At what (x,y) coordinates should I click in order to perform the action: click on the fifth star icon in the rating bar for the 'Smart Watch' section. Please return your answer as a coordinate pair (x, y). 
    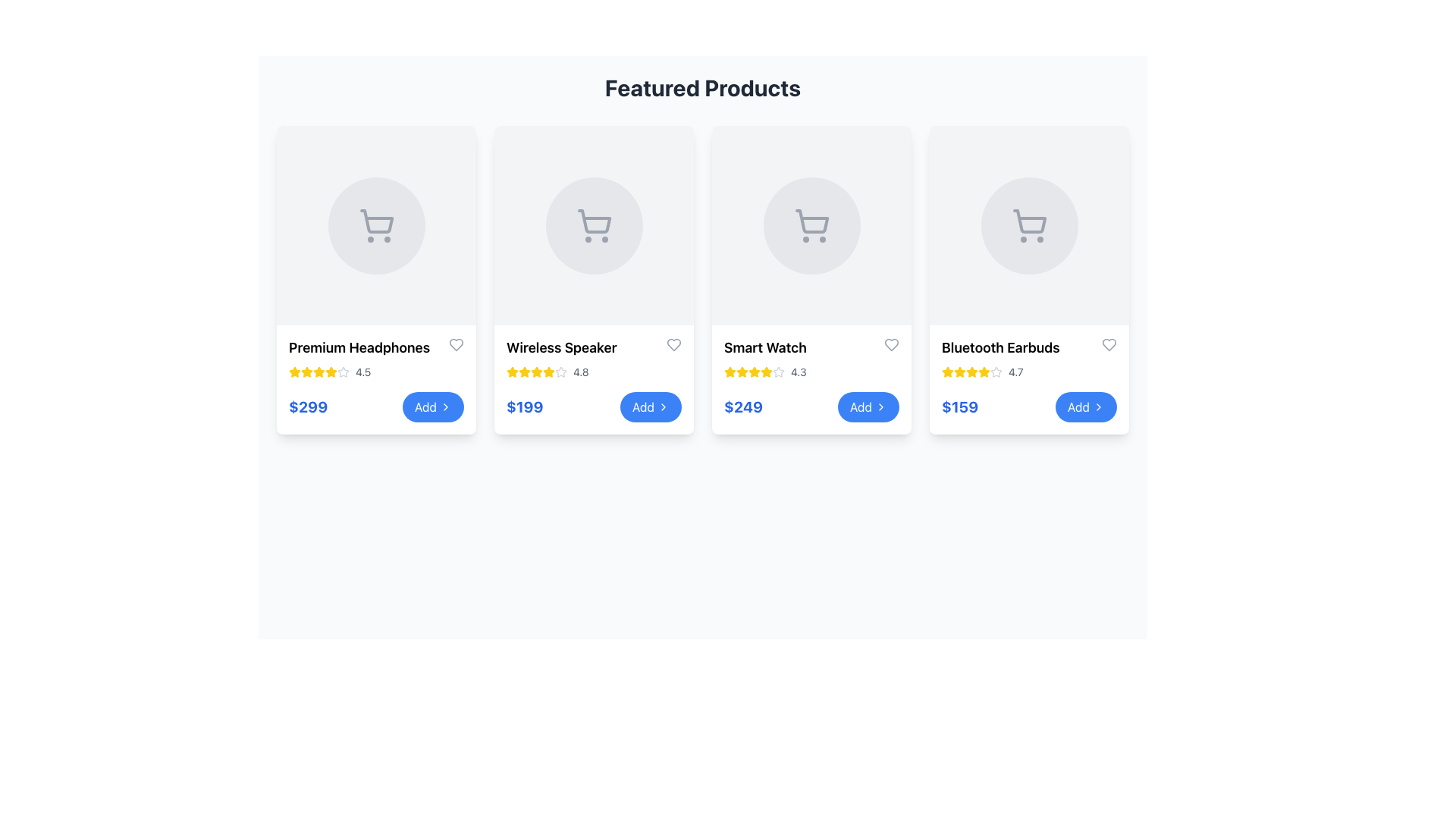
    Looking at the image, I should click on (754, 372).